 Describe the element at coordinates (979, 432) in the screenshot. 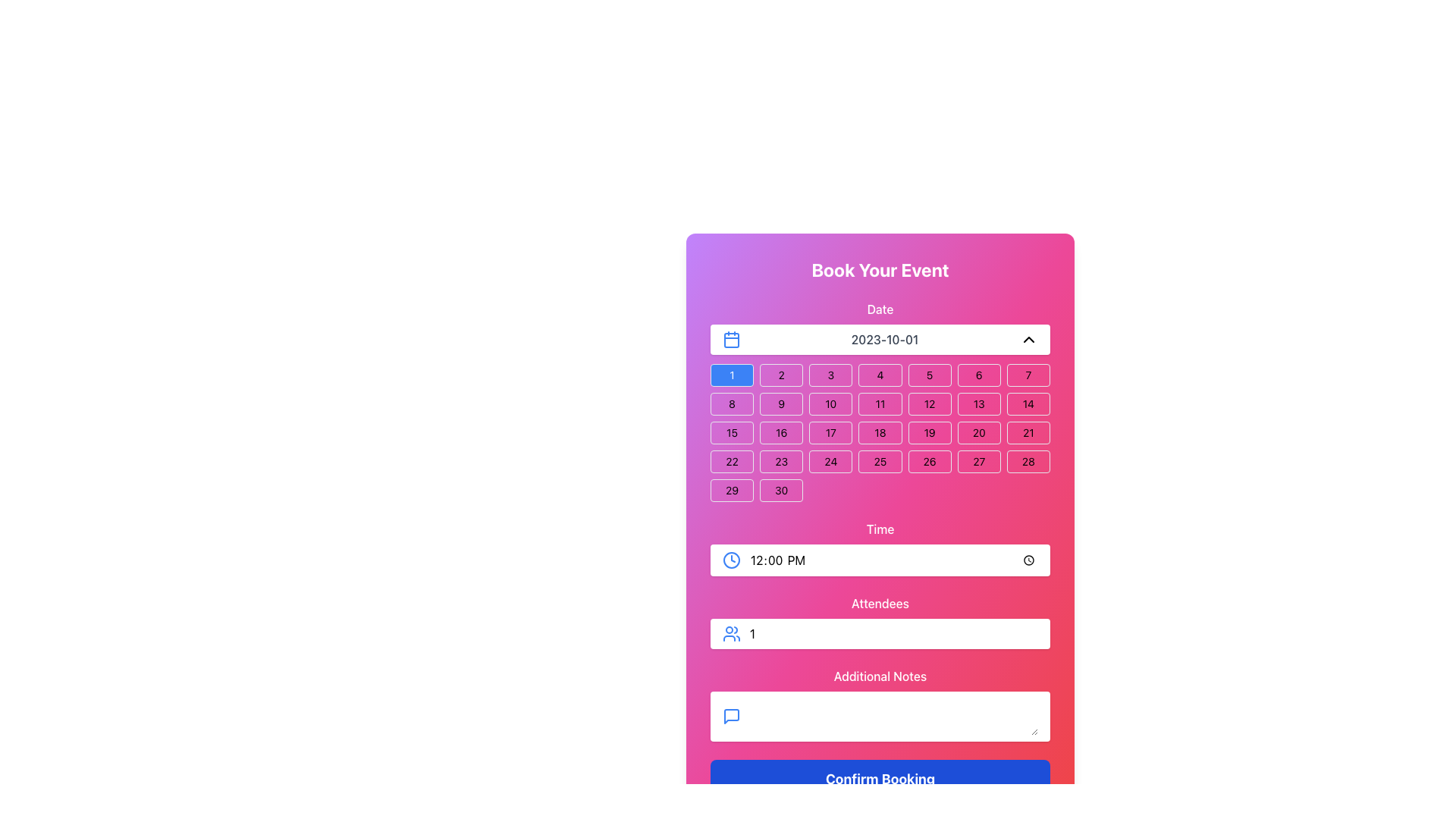

I see `the rectangular button with rounded corners that has the text '20' in black and a pink background, located in the third row and sixth column of the date selection grid` at that location.